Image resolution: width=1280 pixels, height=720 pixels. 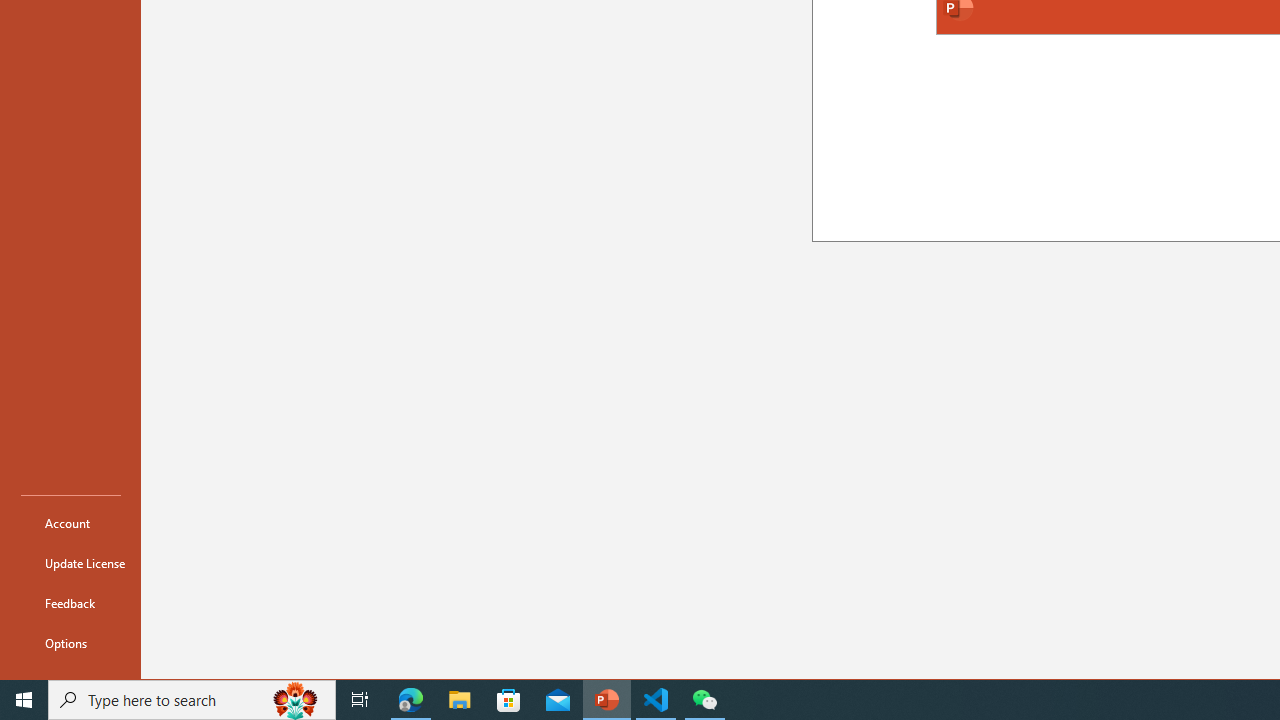 What do you see at coordinates (606, 698) in the screenshot?
I see `'PowerPoint - 1 running window'` at bounding box center [606, 698].